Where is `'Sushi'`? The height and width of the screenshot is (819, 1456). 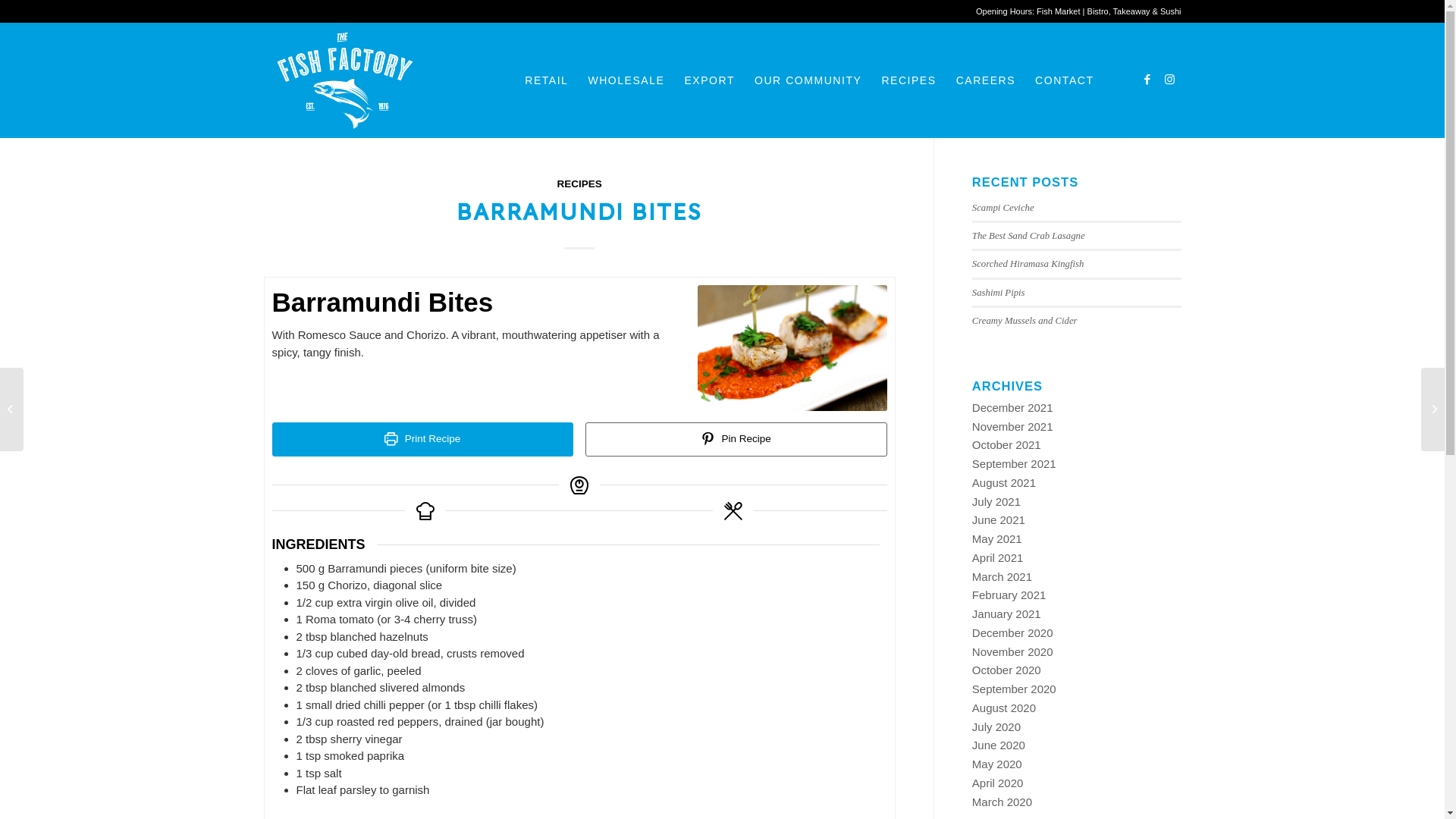 'Sushi' is located at coordinates (1170, 11).